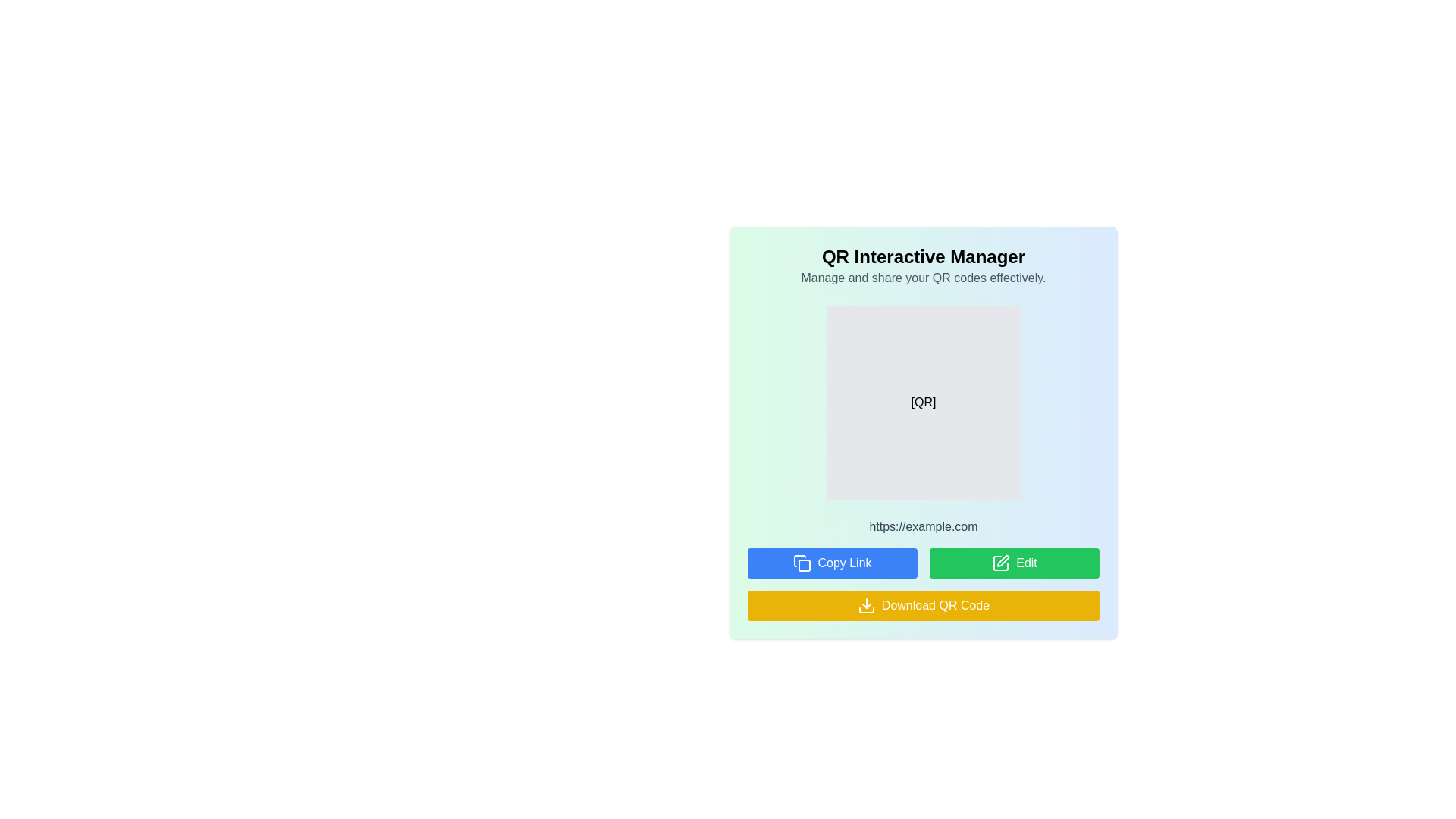 The height and width of the screenshot is (819, 1456). I want to click on the QR code download button located at the bottom of the 'QR Interactive Manager' section to initiate a download, so click(923, 584).